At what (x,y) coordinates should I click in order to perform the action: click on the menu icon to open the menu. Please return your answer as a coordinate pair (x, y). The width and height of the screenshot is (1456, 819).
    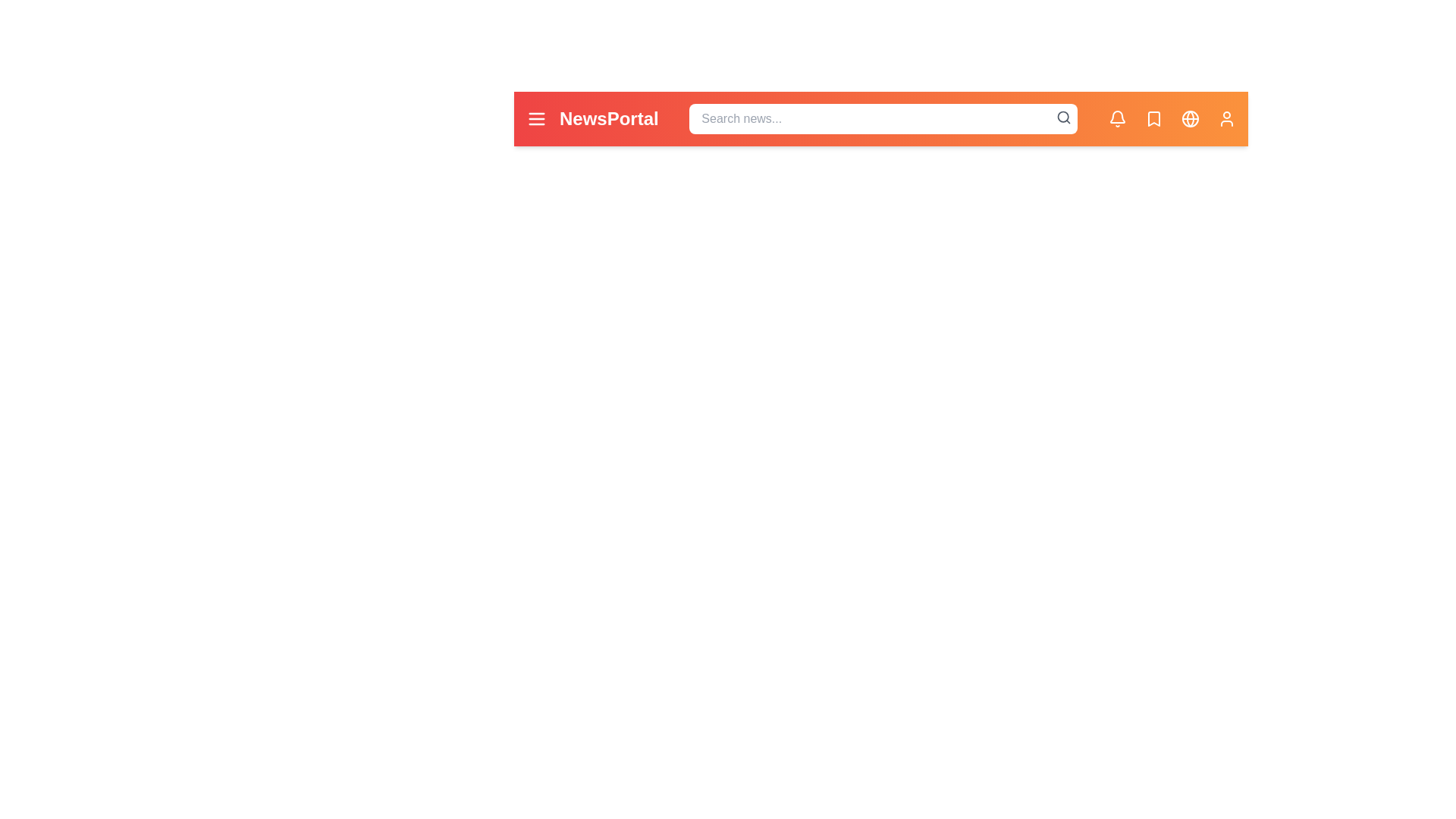
    Looking at the image, I should click on (537, 118).